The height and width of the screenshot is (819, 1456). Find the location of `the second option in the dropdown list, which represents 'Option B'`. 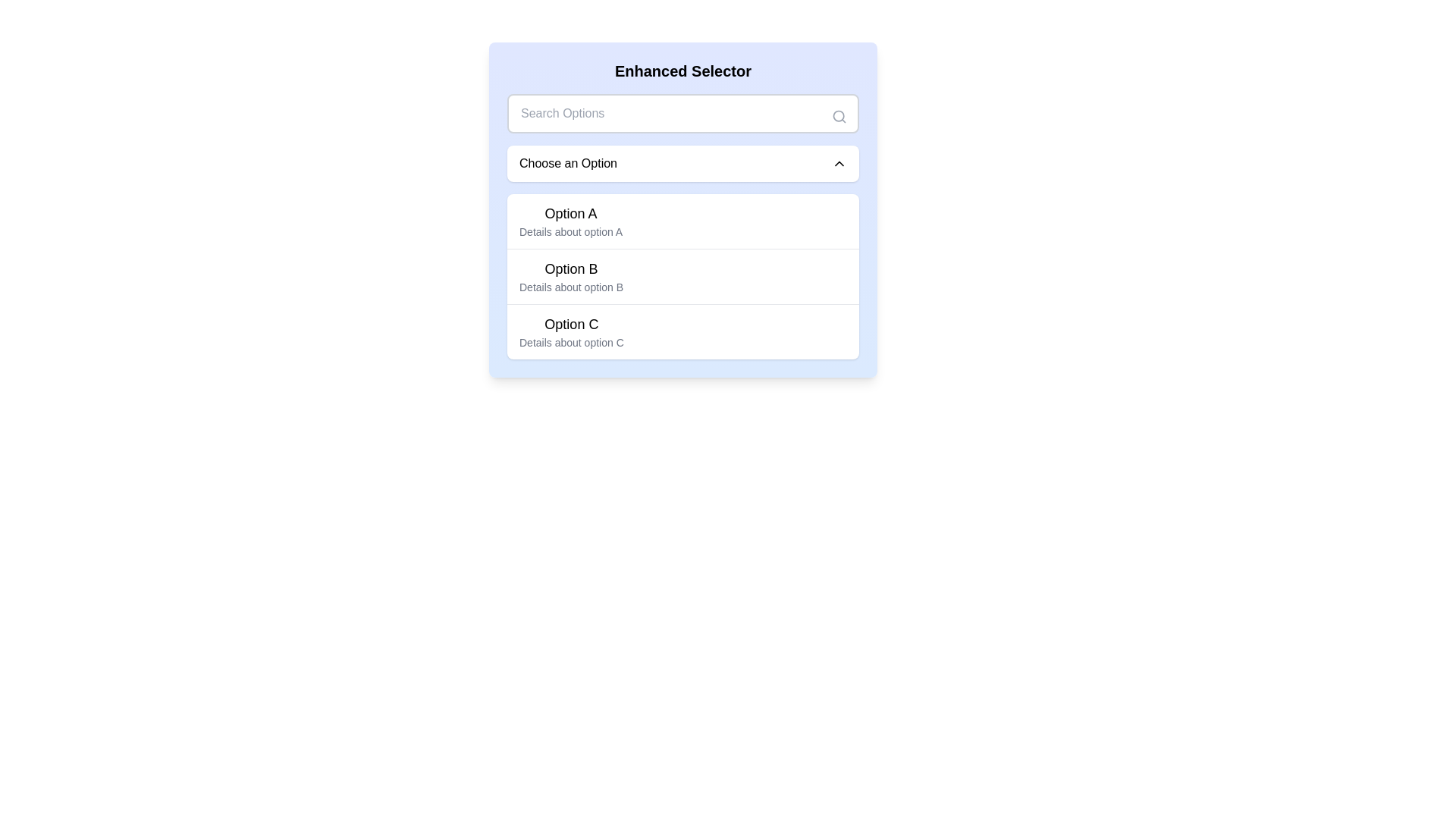

the second option in the dropdown list, which represents 'Option B' is located at coordinates (570, 277).